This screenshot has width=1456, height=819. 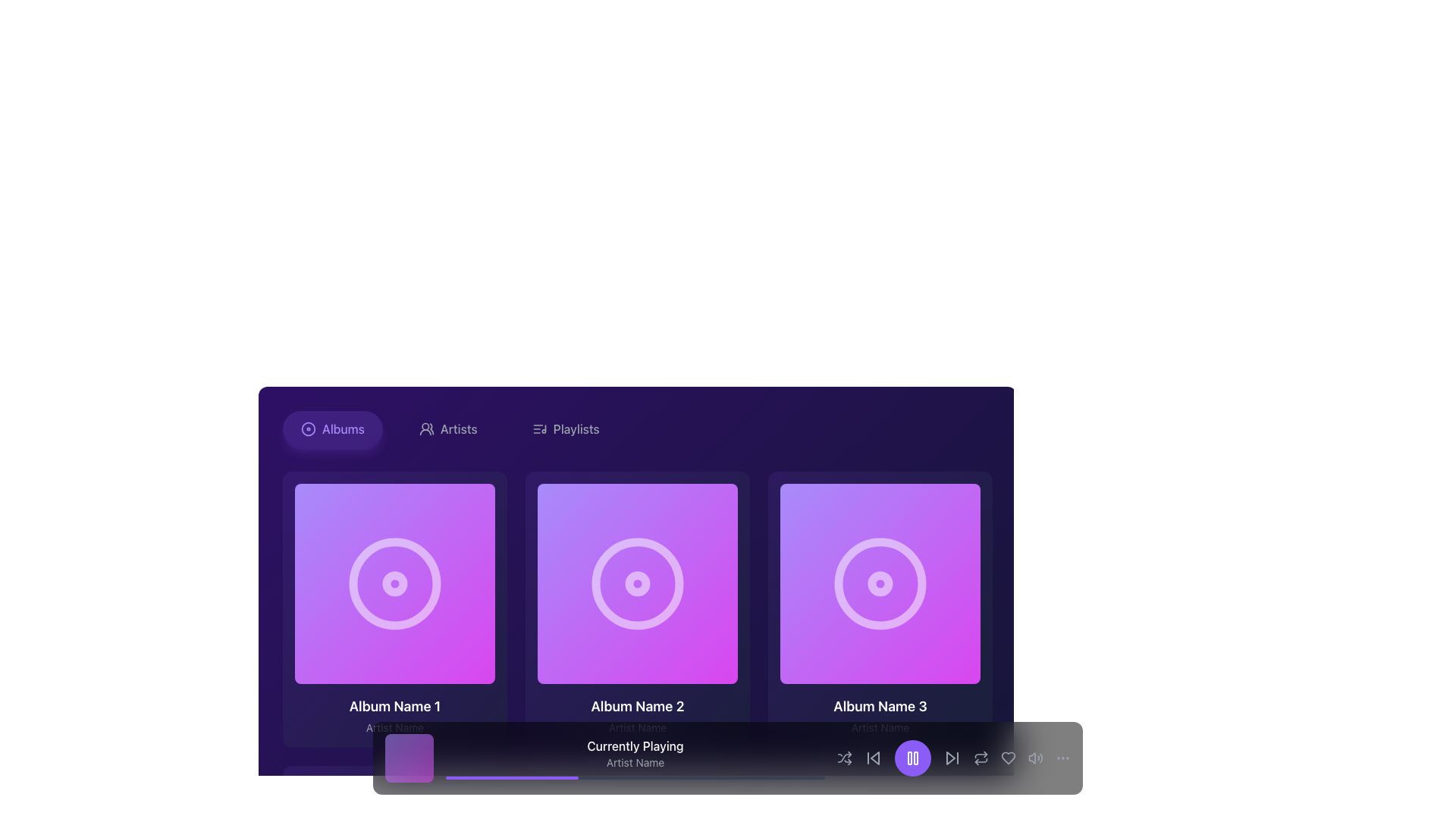 What do you see at coordinates (880, 583) in the screenshot?
I see `the circular icon representing the album's artwork or play functionality, located at the center of the last album card in the horizontally-aligned grid` at bounding box center [880, 583].